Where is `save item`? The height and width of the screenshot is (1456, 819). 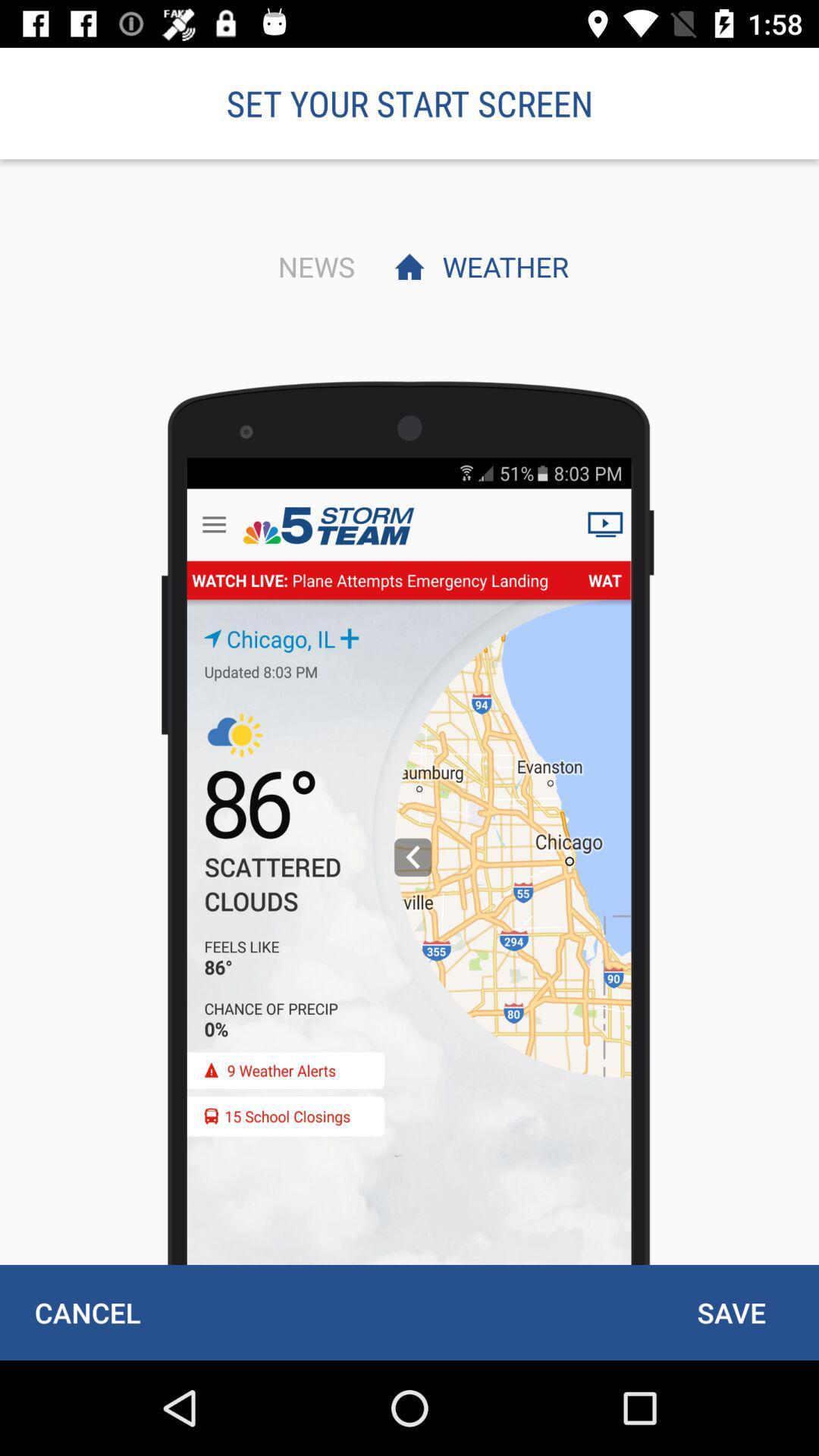 save item is located at coordinates (730, 1312).